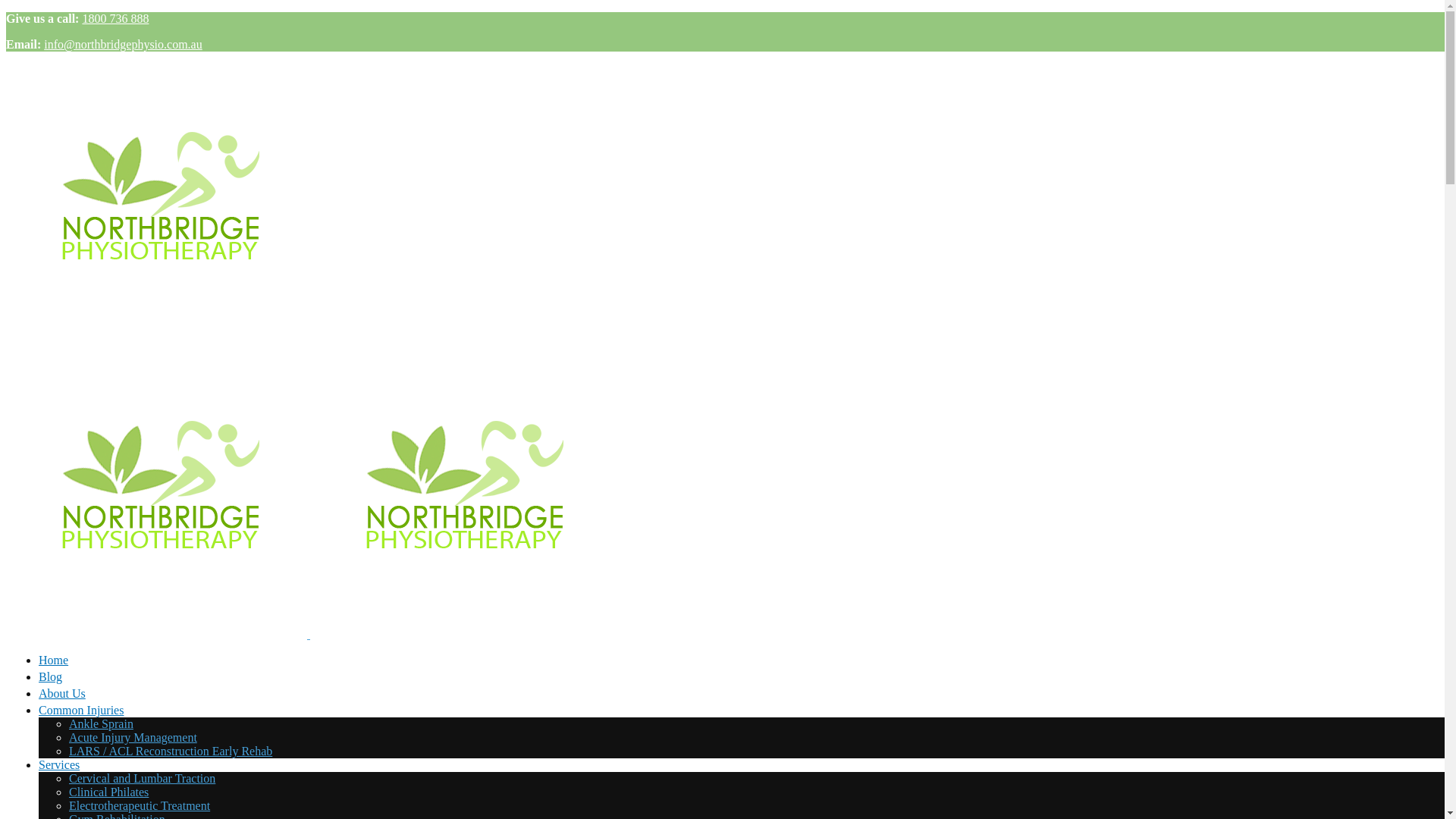 The image size is (1456, 819). What do you see at coordinates (100, 723) in the screenshot?
I see `'Ankle Sprain'` at bounding box center [100, 723].